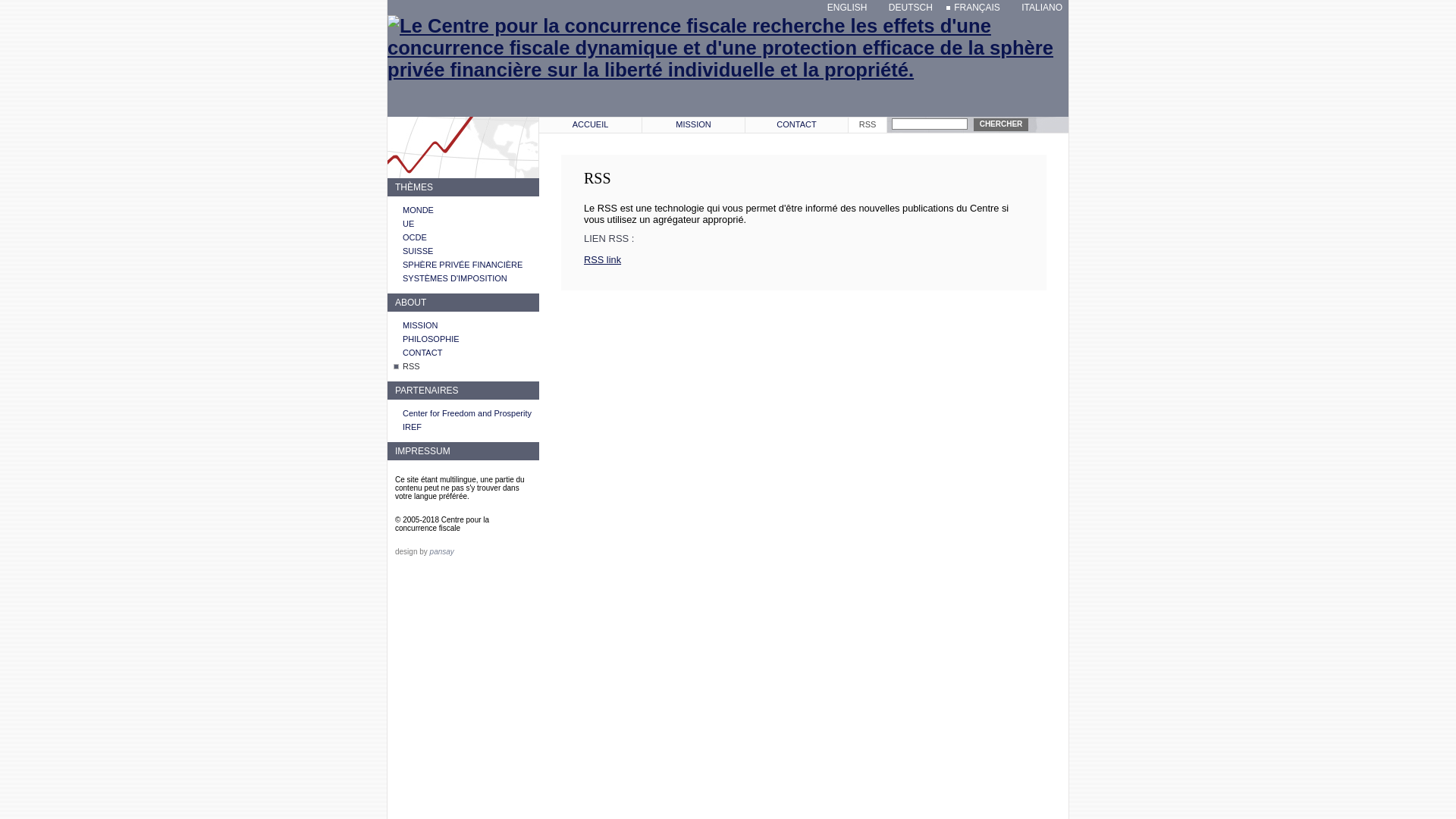  What do you see at coordinates (408, 223) in the screenshot?
I see `'UE'` at bounding box center [408, 223].